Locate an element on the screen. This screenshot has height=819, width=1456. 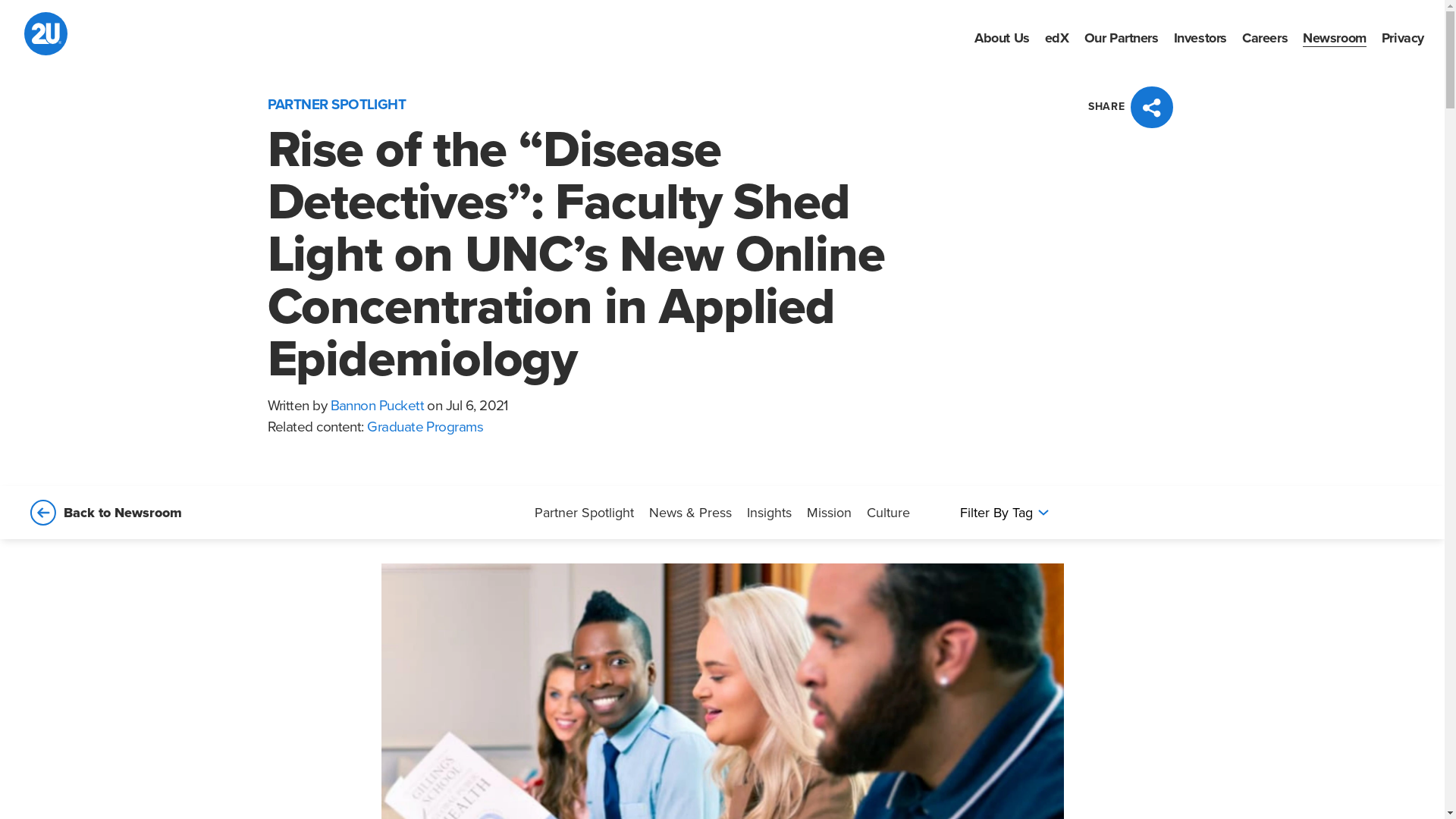
'Bannon Puckett' is located at coordinates (330, 405).